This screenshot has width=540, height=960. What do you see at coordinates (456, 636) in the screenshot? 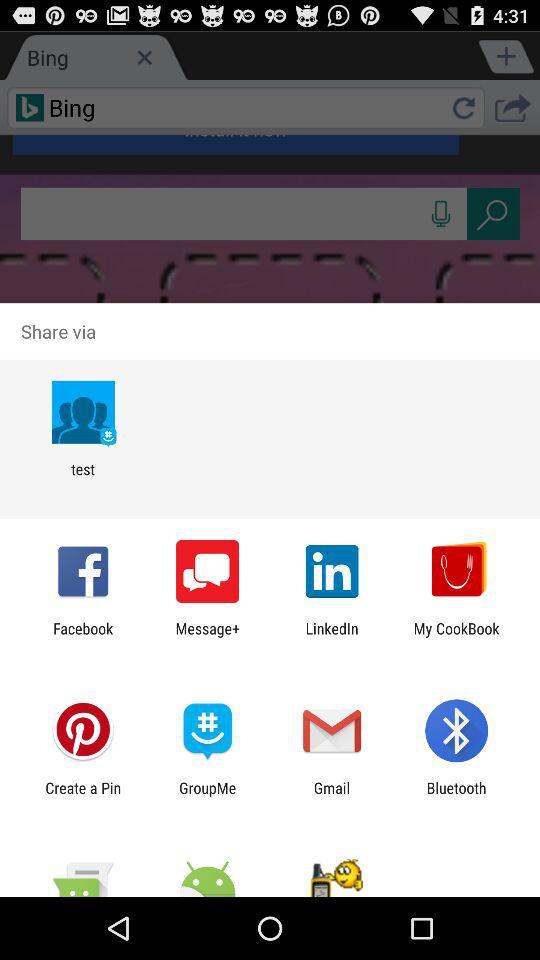
I see `item to the right of linkedin icon` at bounding box center [456, 636].